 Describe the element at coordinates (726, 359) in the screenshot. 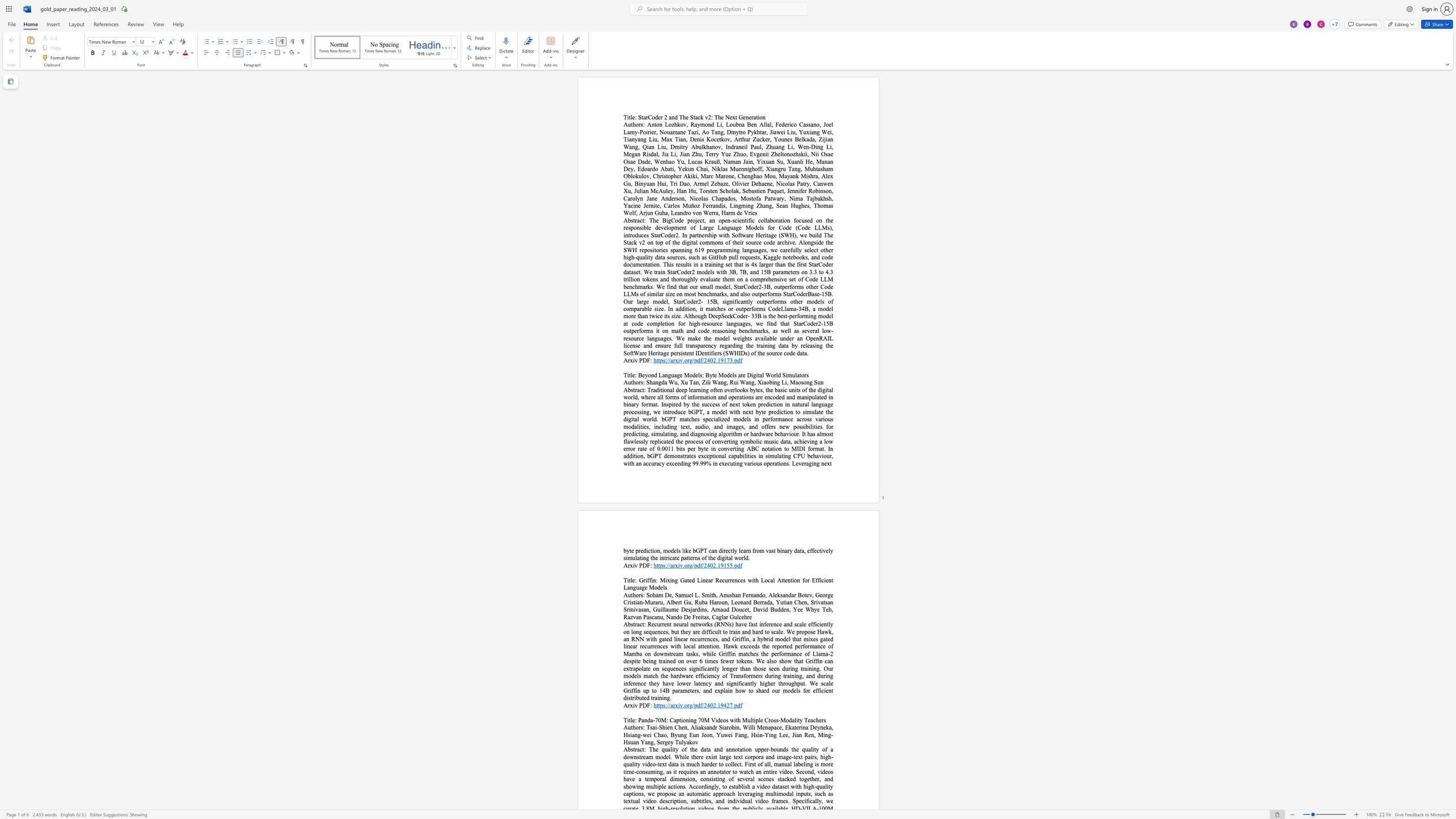

I see `the space between the continuous character "1" and "7" in the text` at that location.